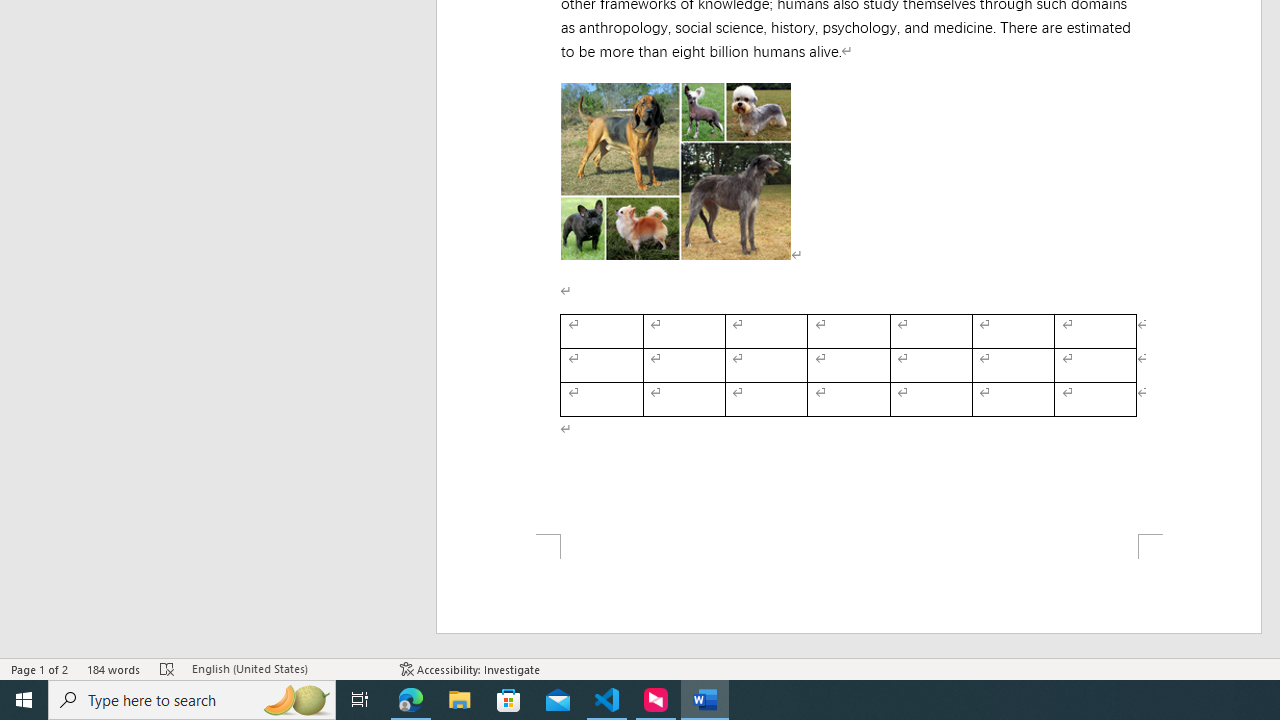  What do you see at coordinates (168, 669) in the screenshot?
I see `'Spelling and Grammar Check Errors'` at bounding box center [168, 669].